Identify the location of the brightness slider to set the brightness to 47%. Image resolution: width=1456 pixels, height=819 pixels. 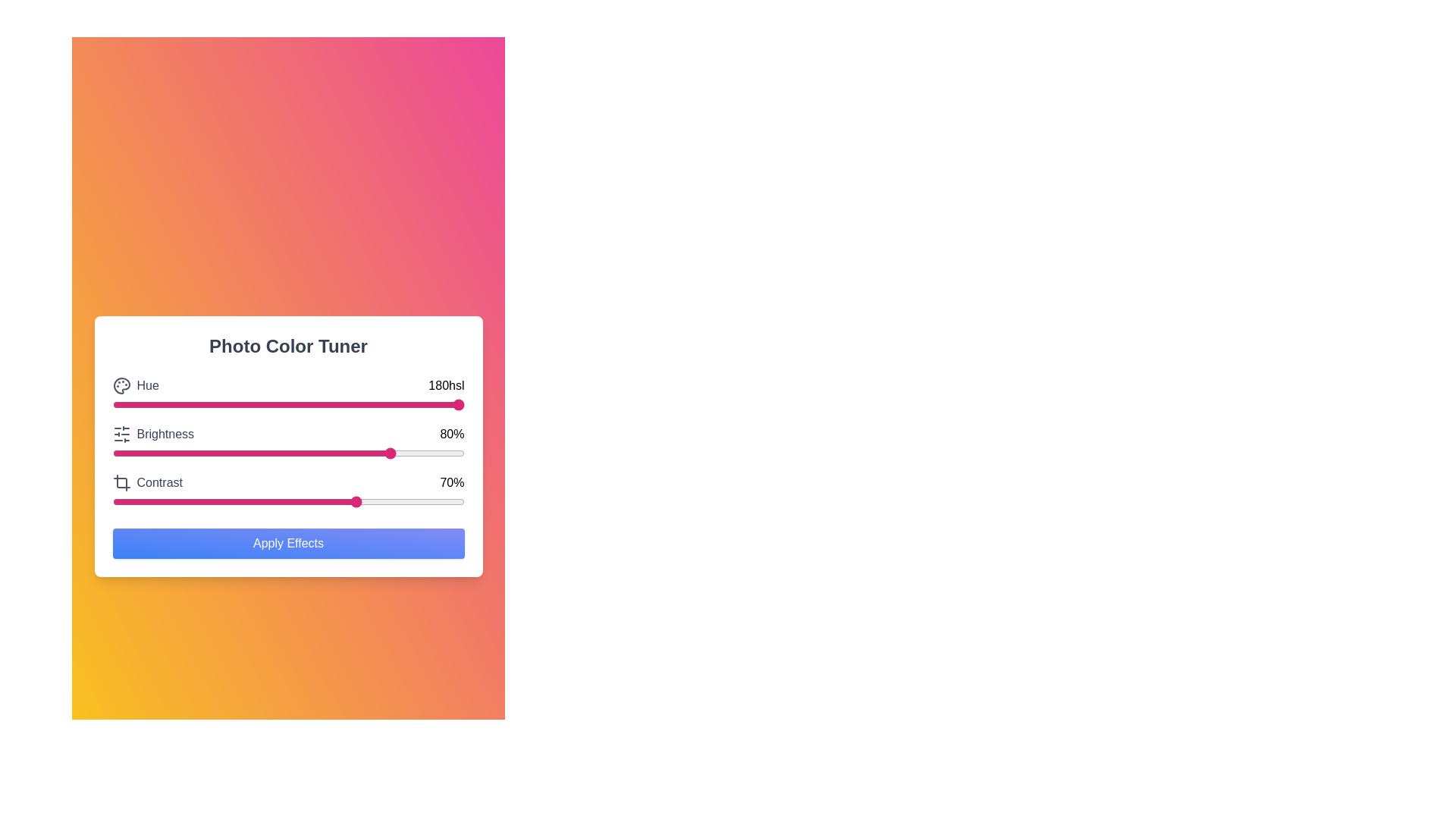
(278, 452).